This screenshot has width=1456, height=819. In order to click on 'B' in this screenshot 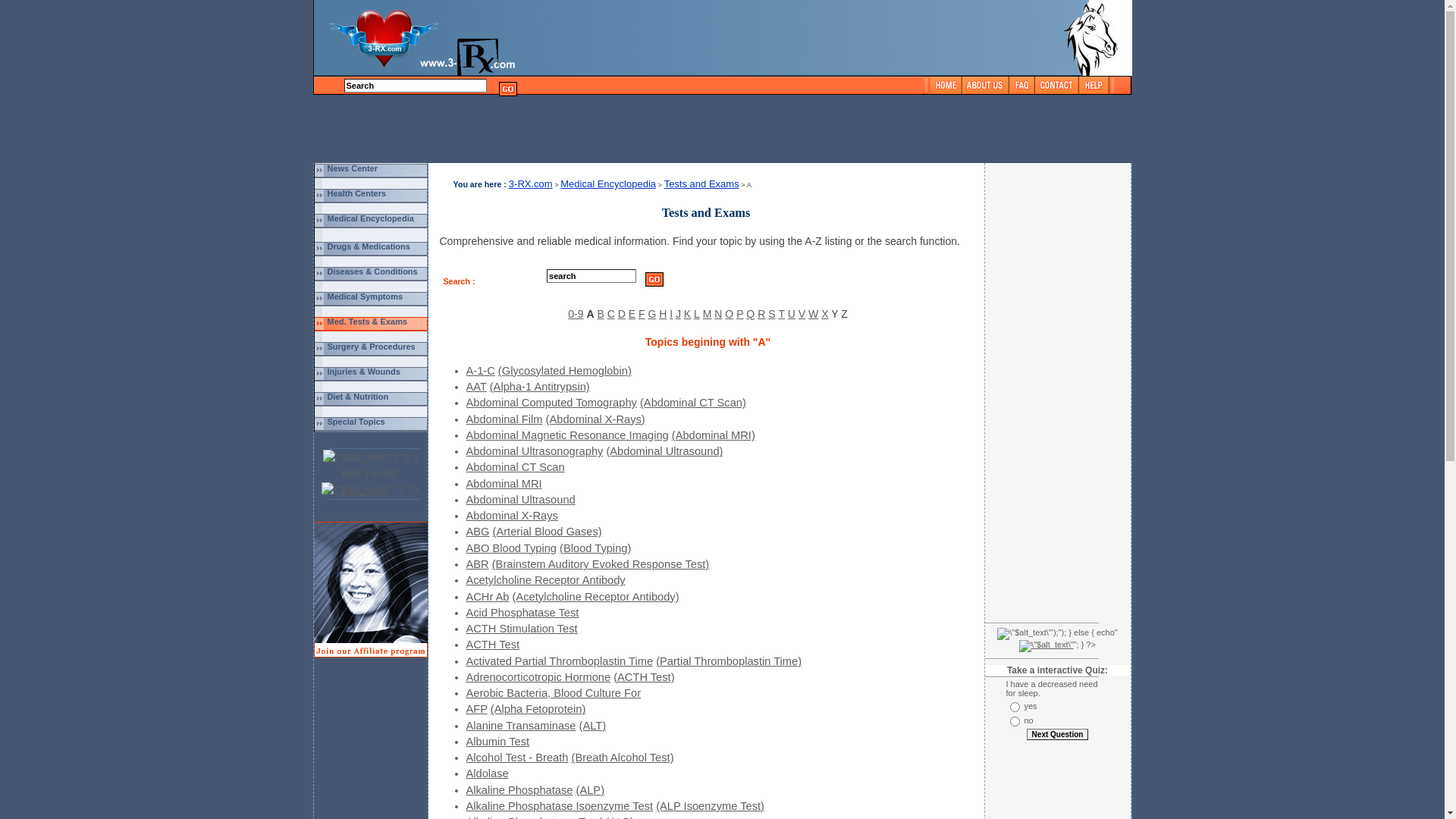, I will do `click(599, 312)`.